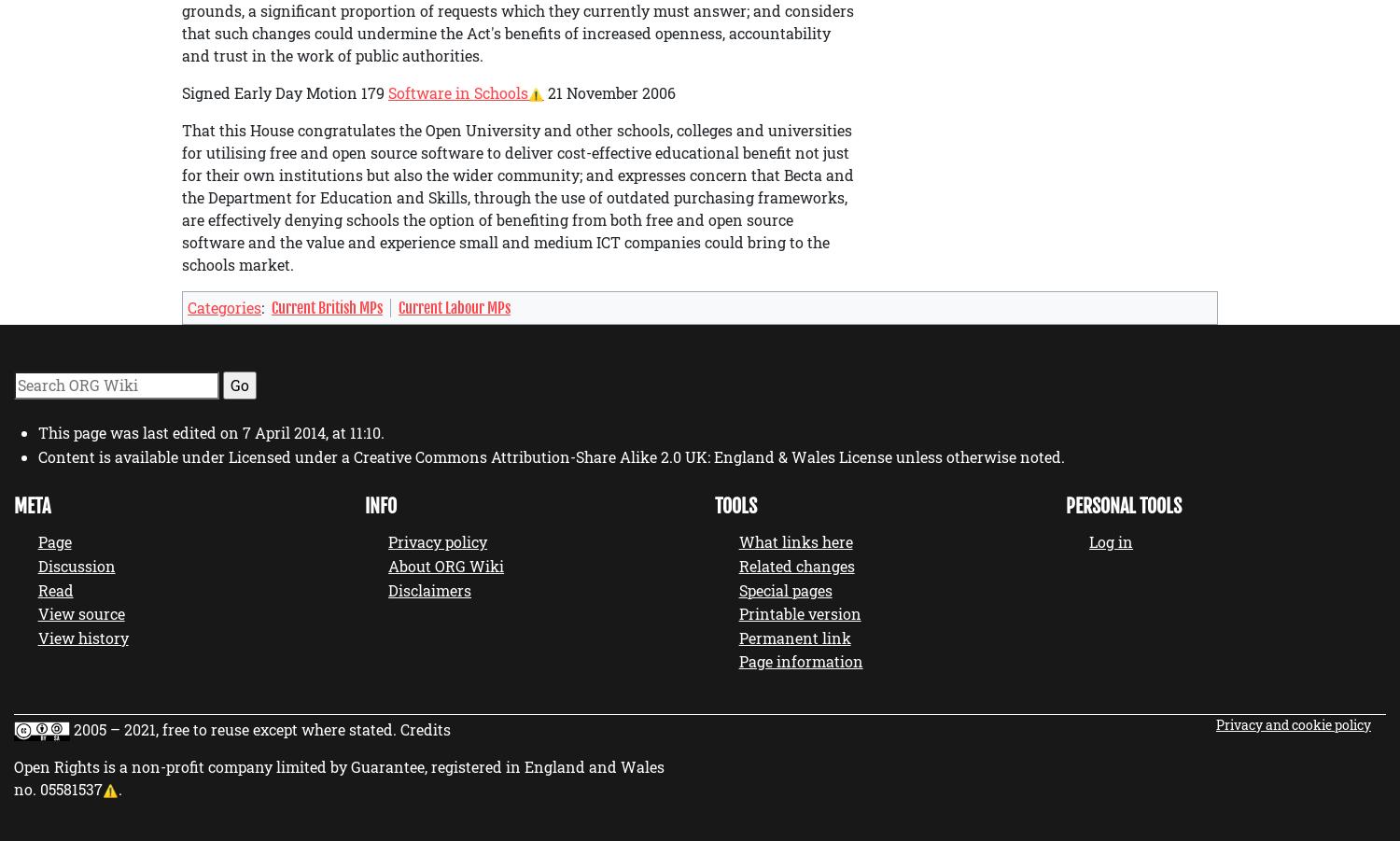  Describe the element at coordinates (79, 613) in the screenshot. I see `'View source'` at that location.